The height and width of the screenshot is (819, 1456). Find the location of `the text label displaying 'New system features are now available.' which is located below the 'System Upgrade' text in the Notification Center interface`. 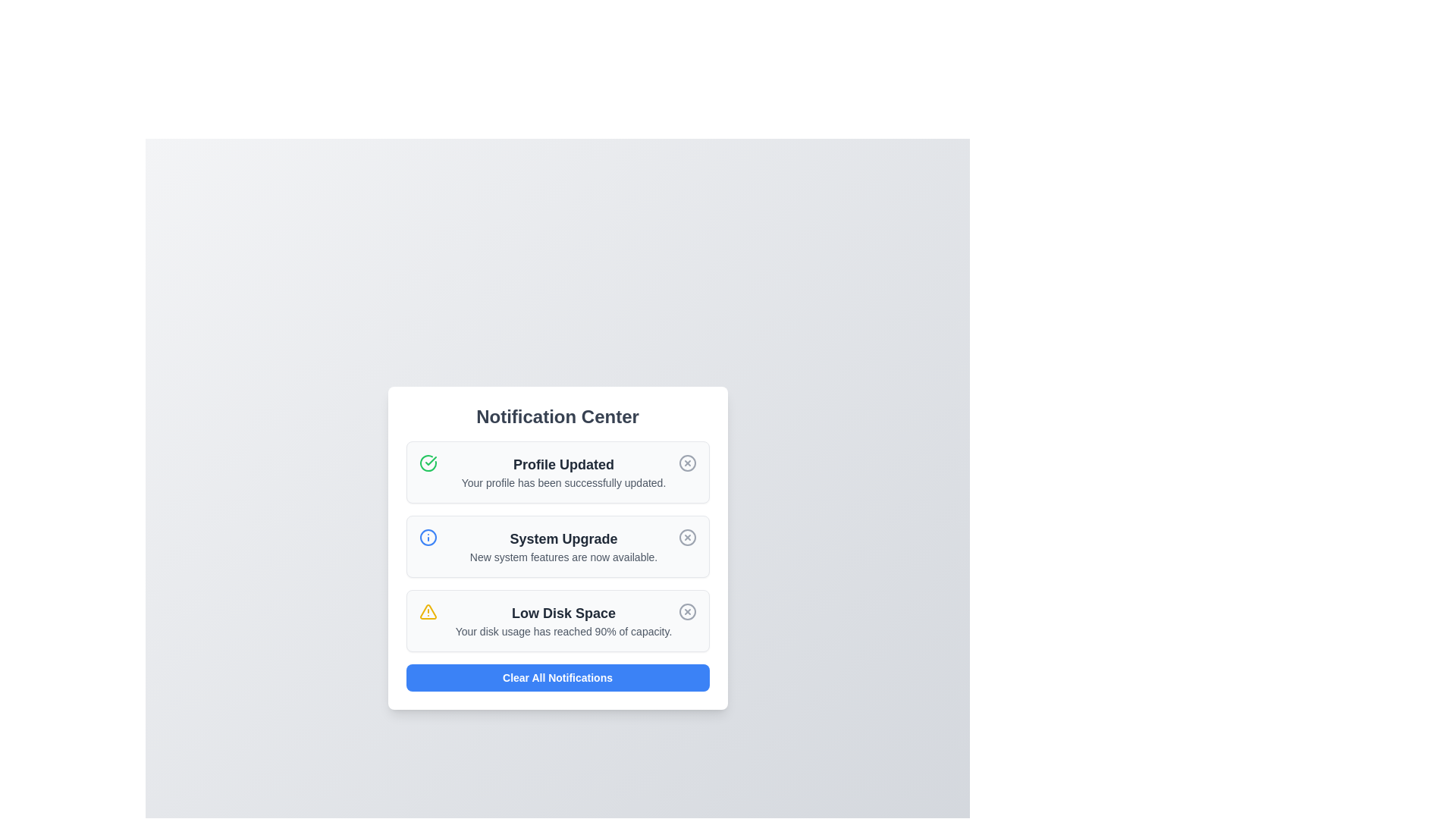

the text label displaying 'New system features are now available.' which is located below the 'System Upgrade' text in the Notification Center interface is located at coordinates (563, 557).